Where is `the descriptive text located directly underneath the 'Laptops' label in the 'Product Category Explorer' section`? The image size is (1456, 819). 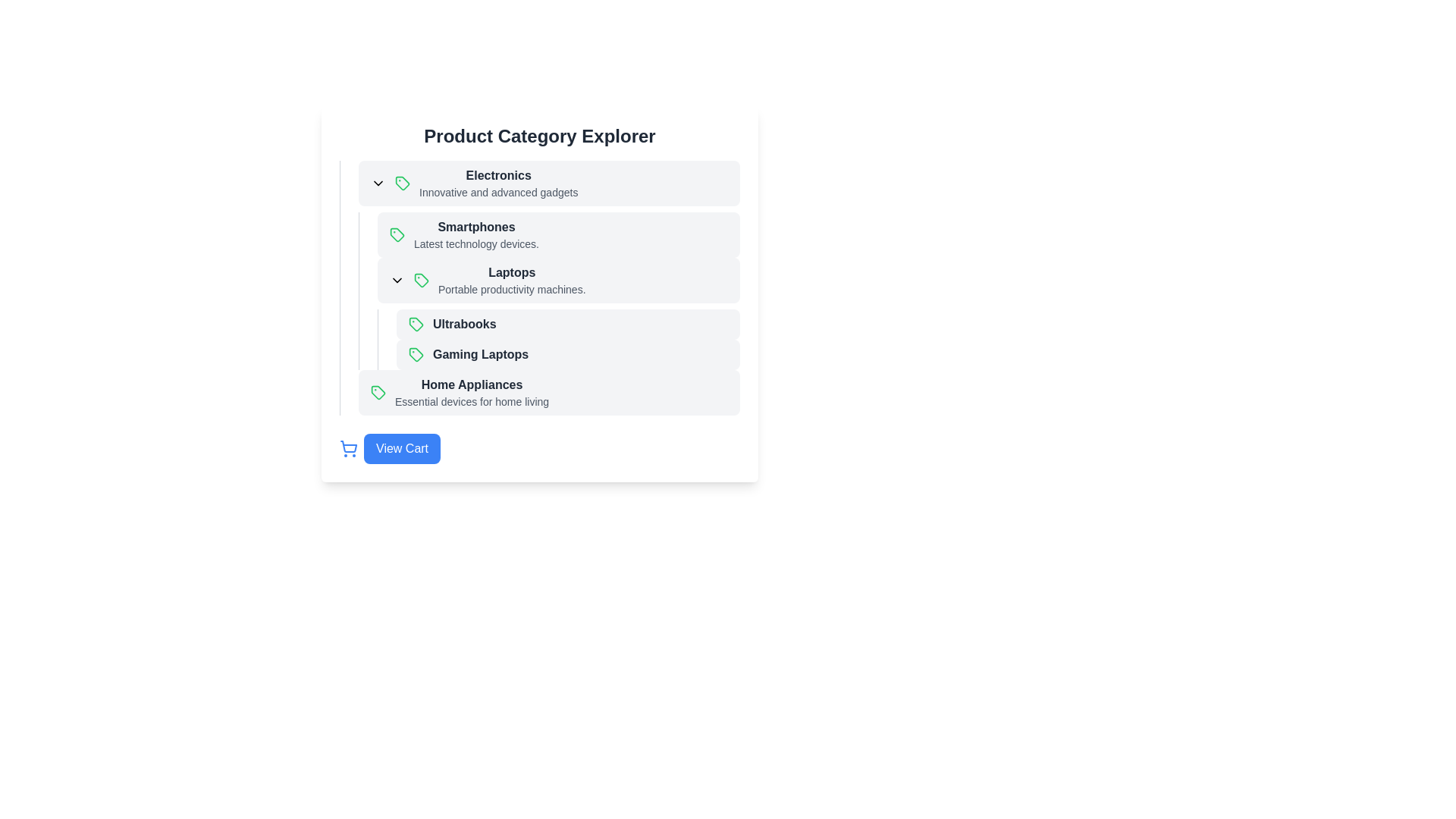
the descriptive text located directly underneath the 'Laptops' label in the 'Product Category Explorer' section is located at coordinates (512, 289).